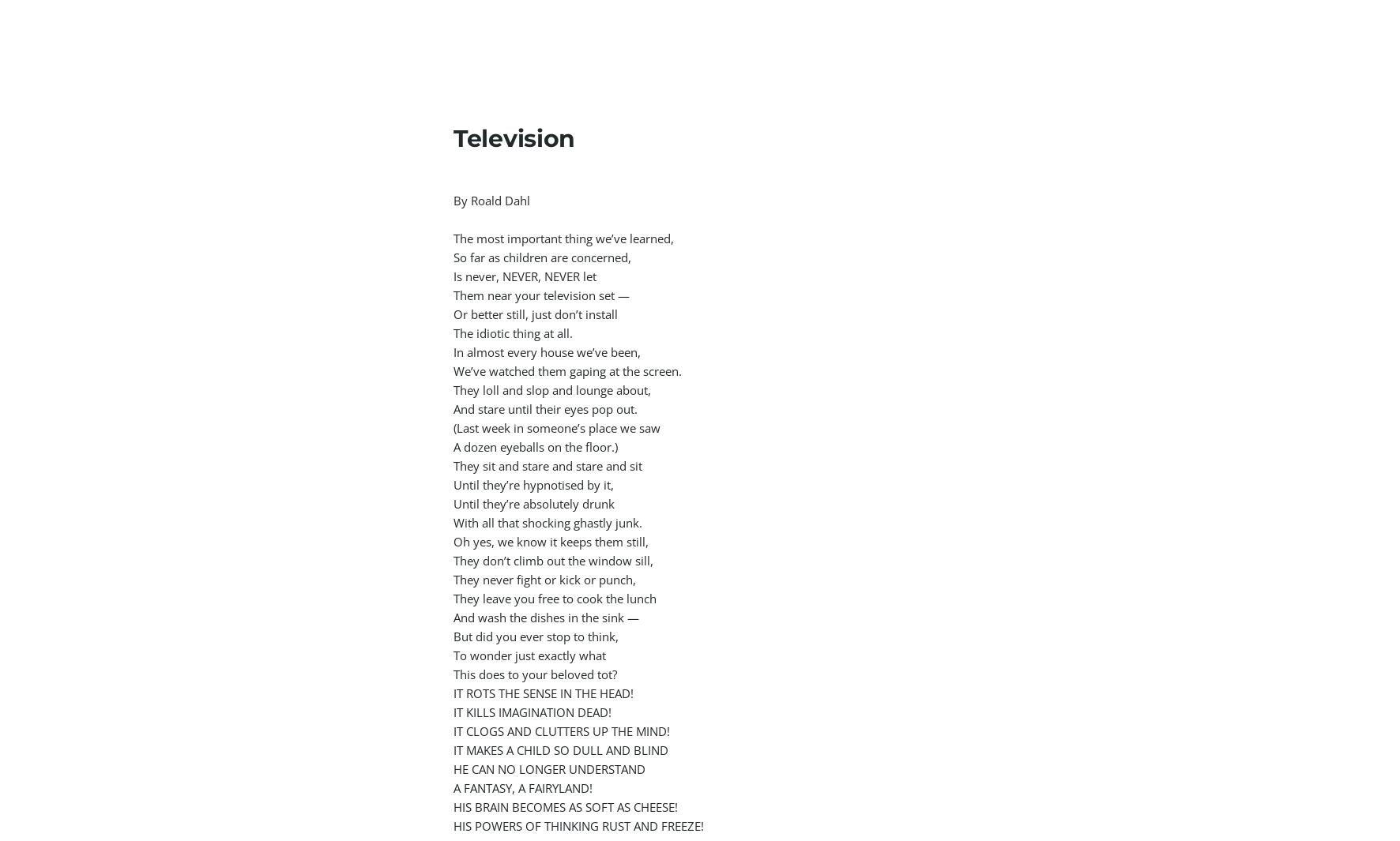 Image resolution: width=1400 pixels, height=841 pixels. Describe the element at coordinates (534, 504) in the screenshot. I see `'Until they’re absolutely drunk'` at that location.